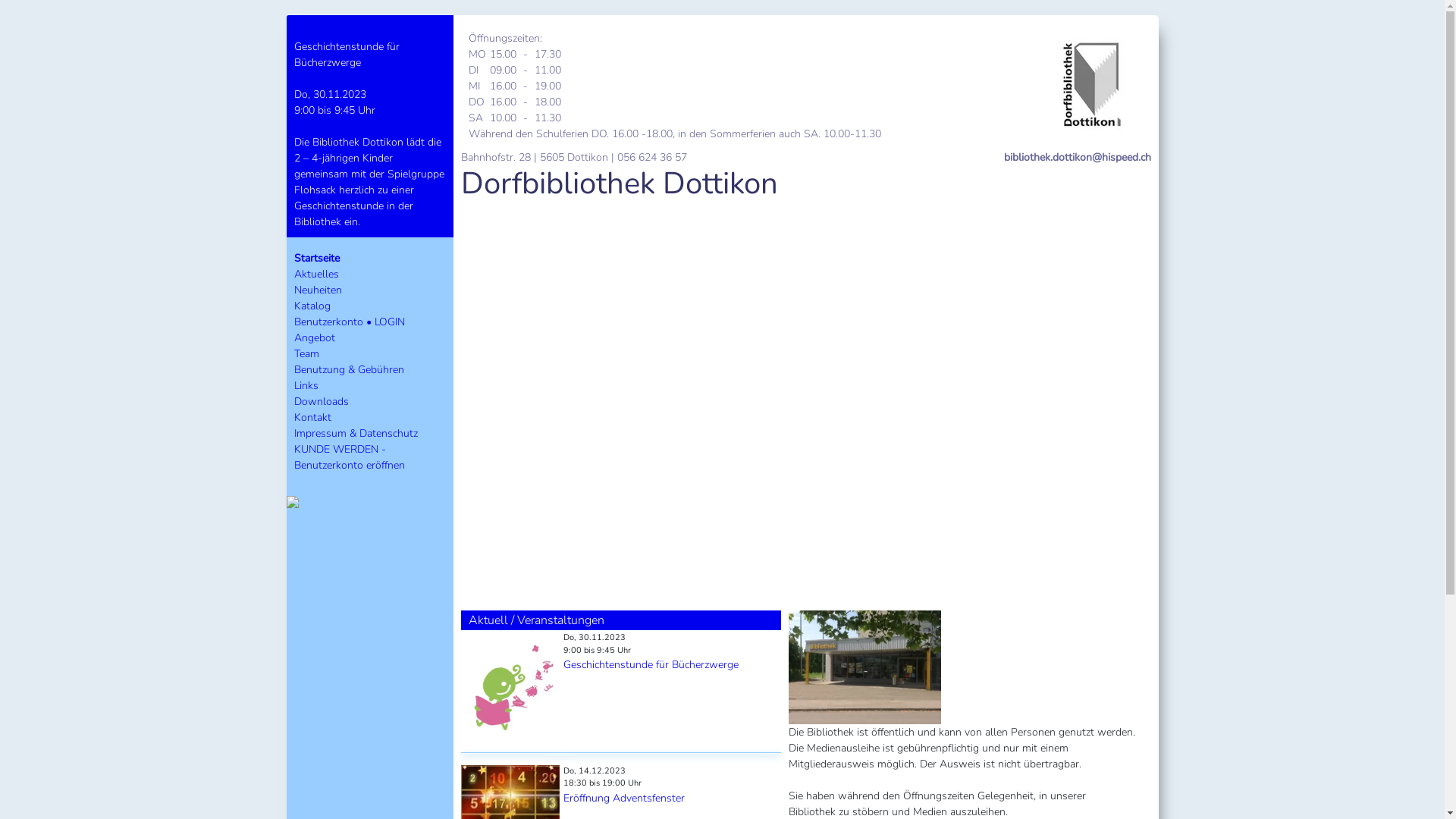 Image resolution: width=1456 pixels, height=819 pixels. What do you see at coordinates (315, 274) in the screenshot?
I see `'Aktuelles'` at bounding box center [315, 274].